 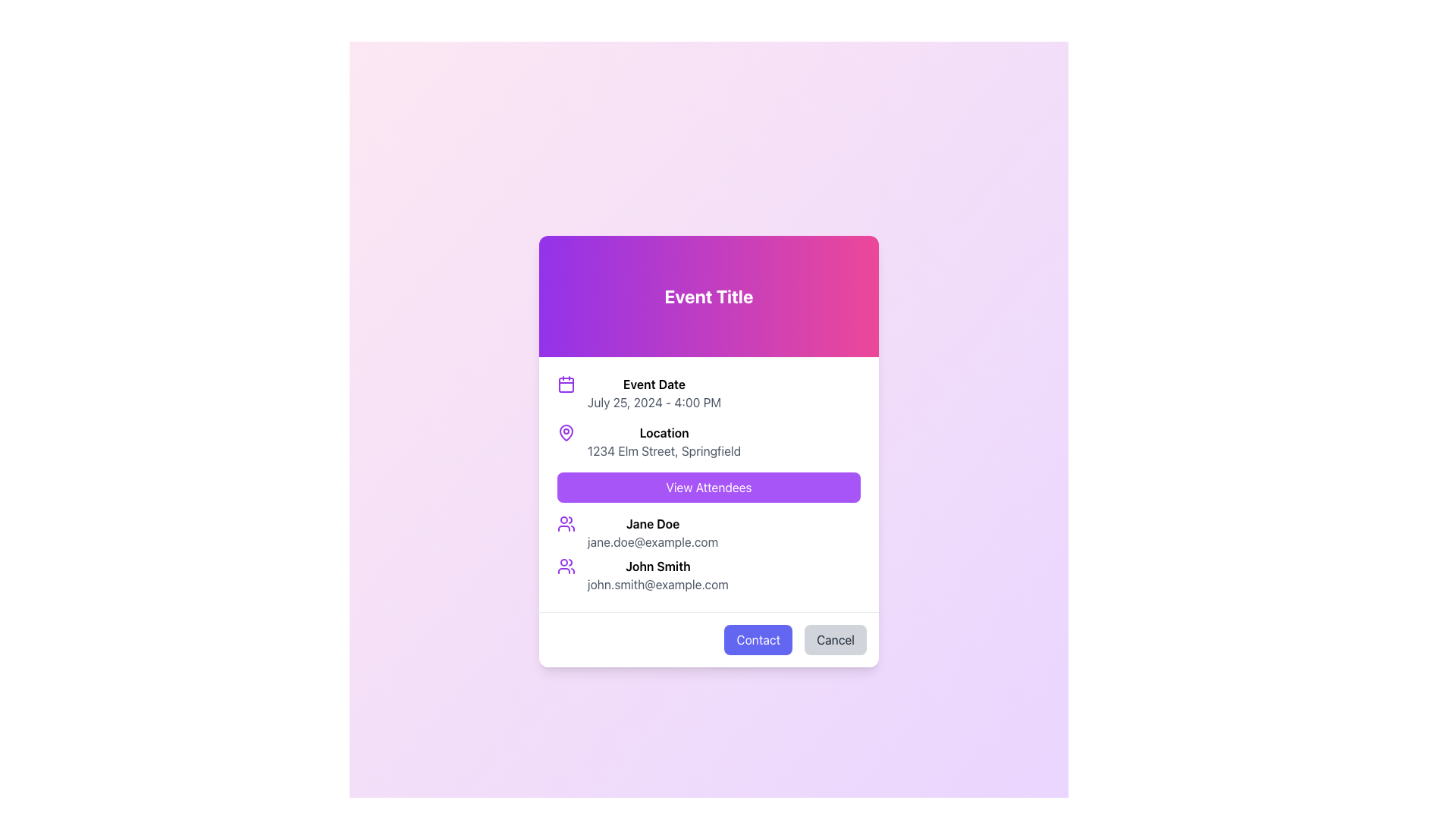 I want to click on the address text element located directly below the bold 'Location' text in a vertical list layout, so click(x=664, y=450).